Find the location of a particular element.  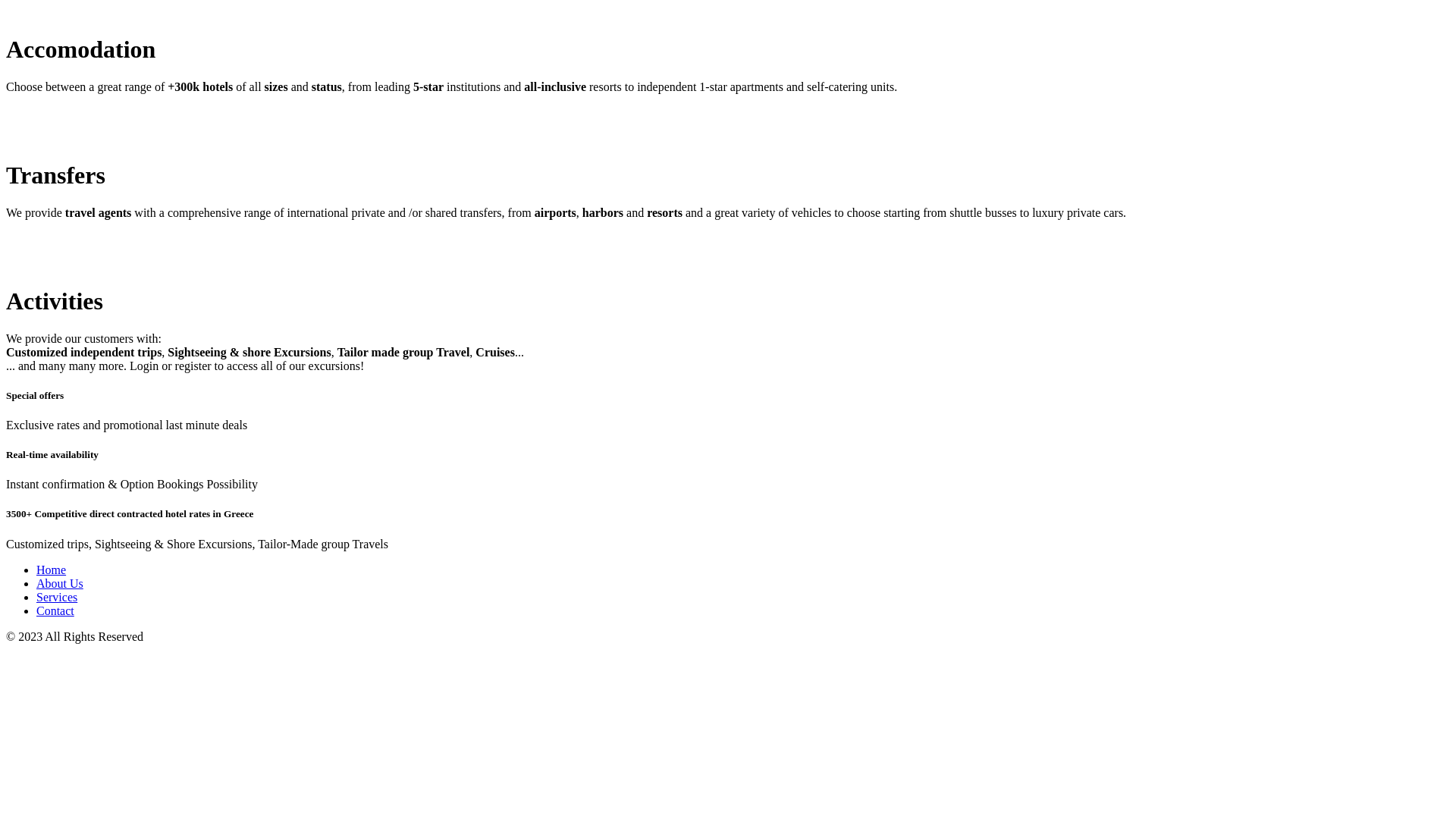

'Home' is located at coordinates (51, 570).